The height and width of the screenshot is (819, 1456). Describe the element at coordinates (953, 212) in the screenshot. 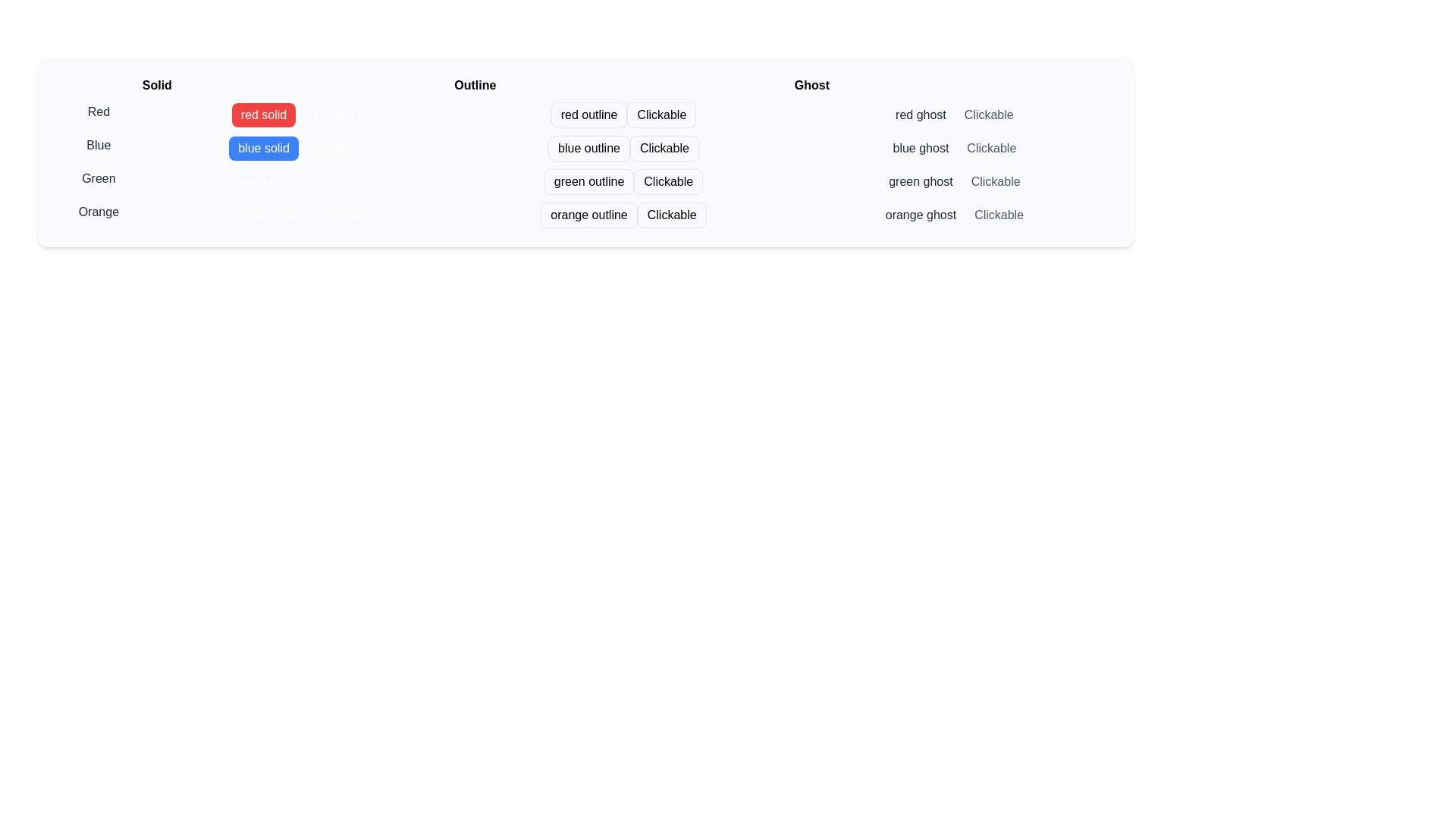

I see `the Text label displaying 'orange ghost' and 'Clickable' in the bottom-most row of the 'Ghost' column of the table` at that location.